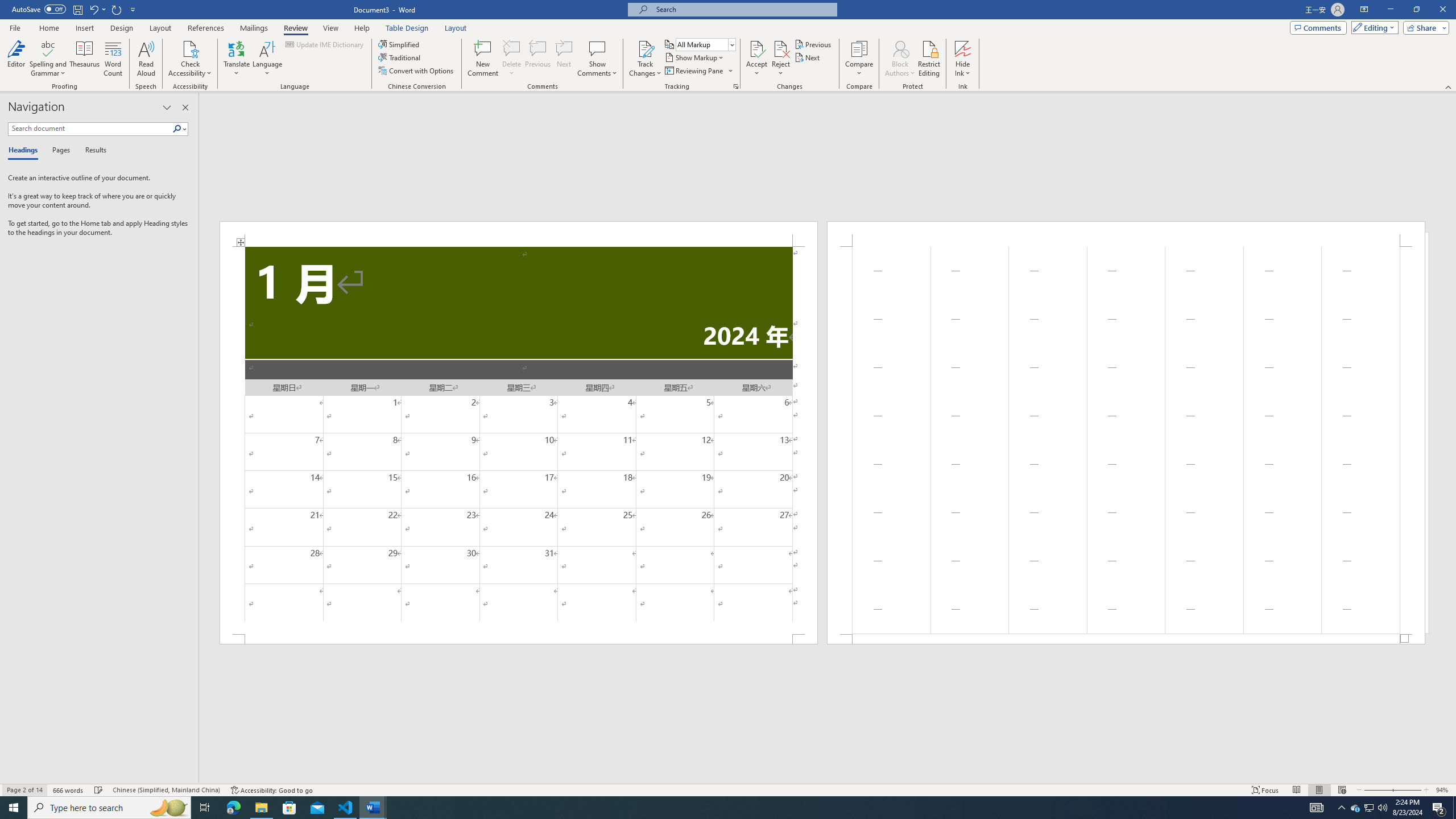 Image resolution: width=1456 pixels, height=819 pixels. Describe the element at coordinates (859, 59) in the screenshot. I see `'Compare'` at that location.